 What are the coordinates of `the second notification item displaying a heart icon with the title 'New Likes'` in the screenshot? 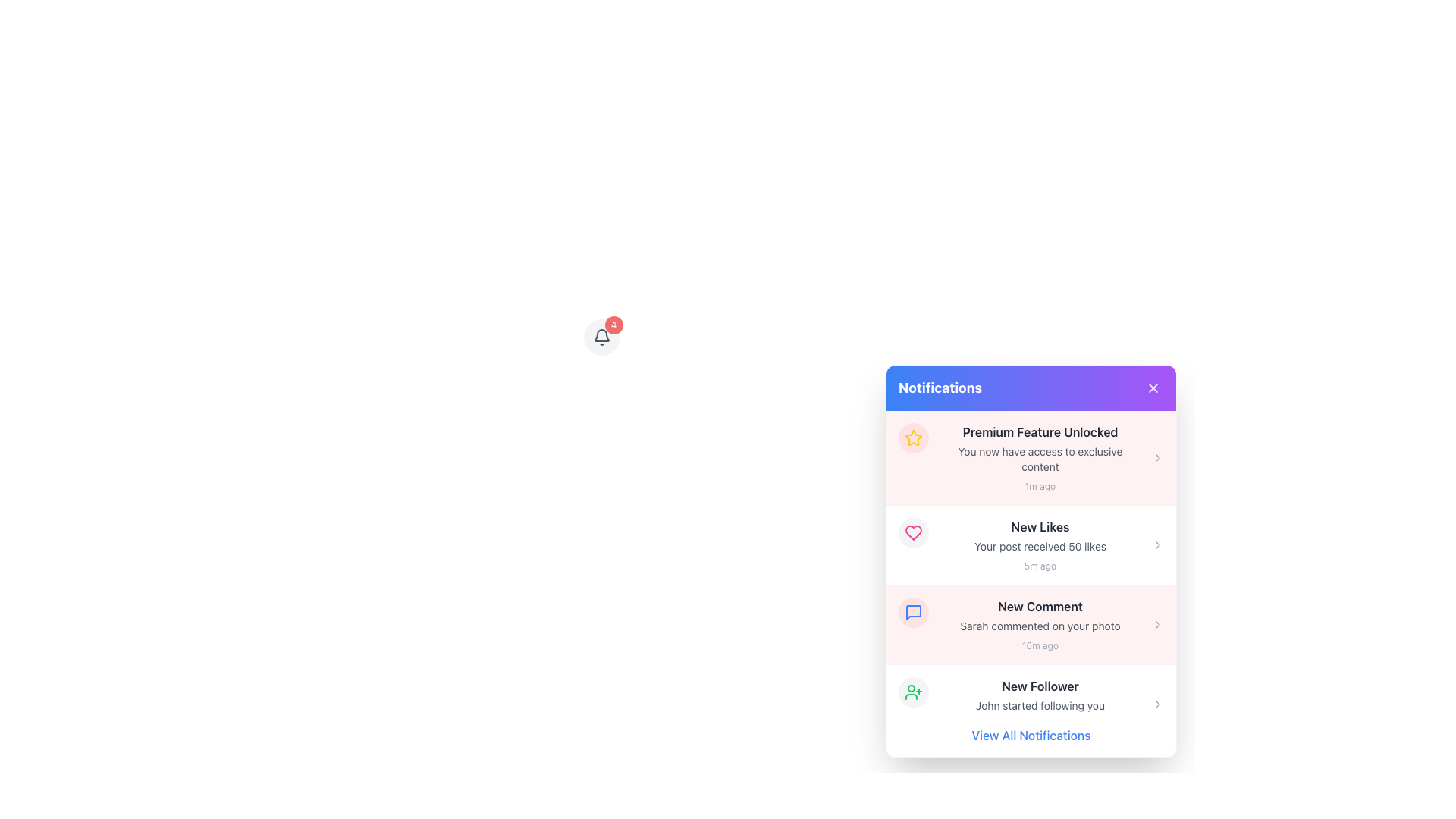 It's located at (1031, 544).